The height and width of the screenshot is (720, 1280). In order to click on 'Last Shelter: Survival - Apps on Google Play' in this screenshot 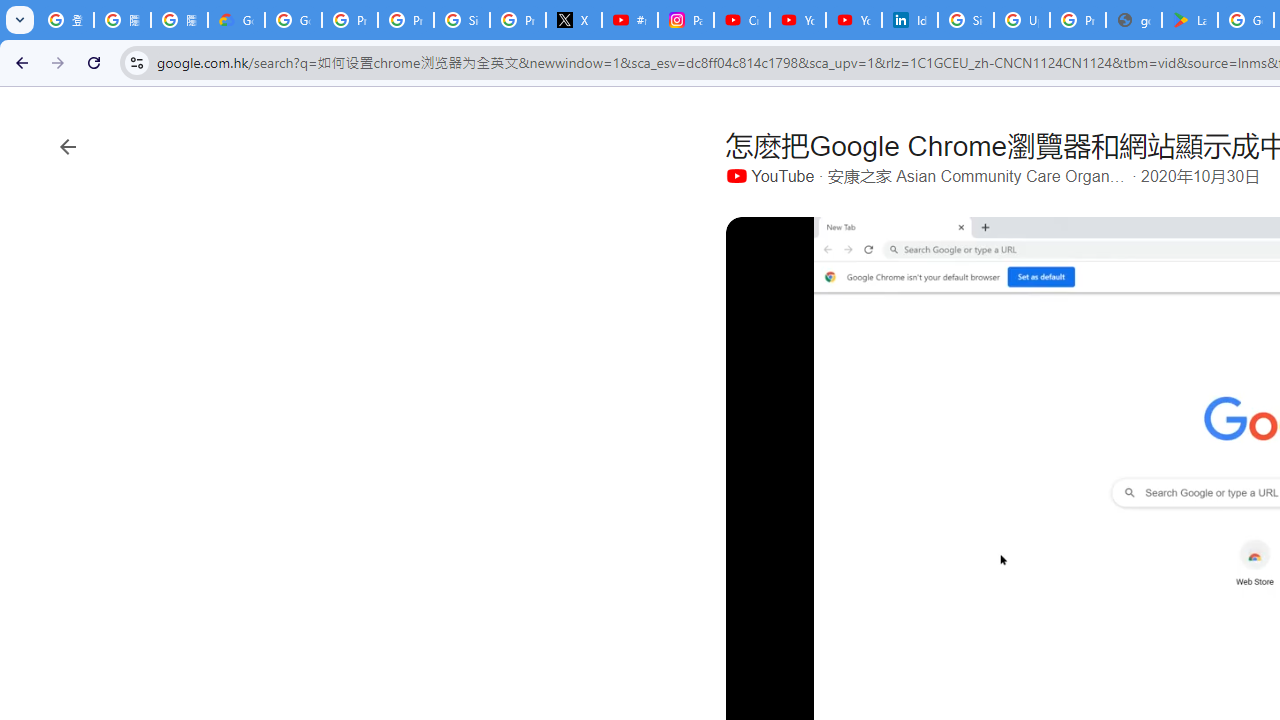, I will do `click(1190, 20)`.